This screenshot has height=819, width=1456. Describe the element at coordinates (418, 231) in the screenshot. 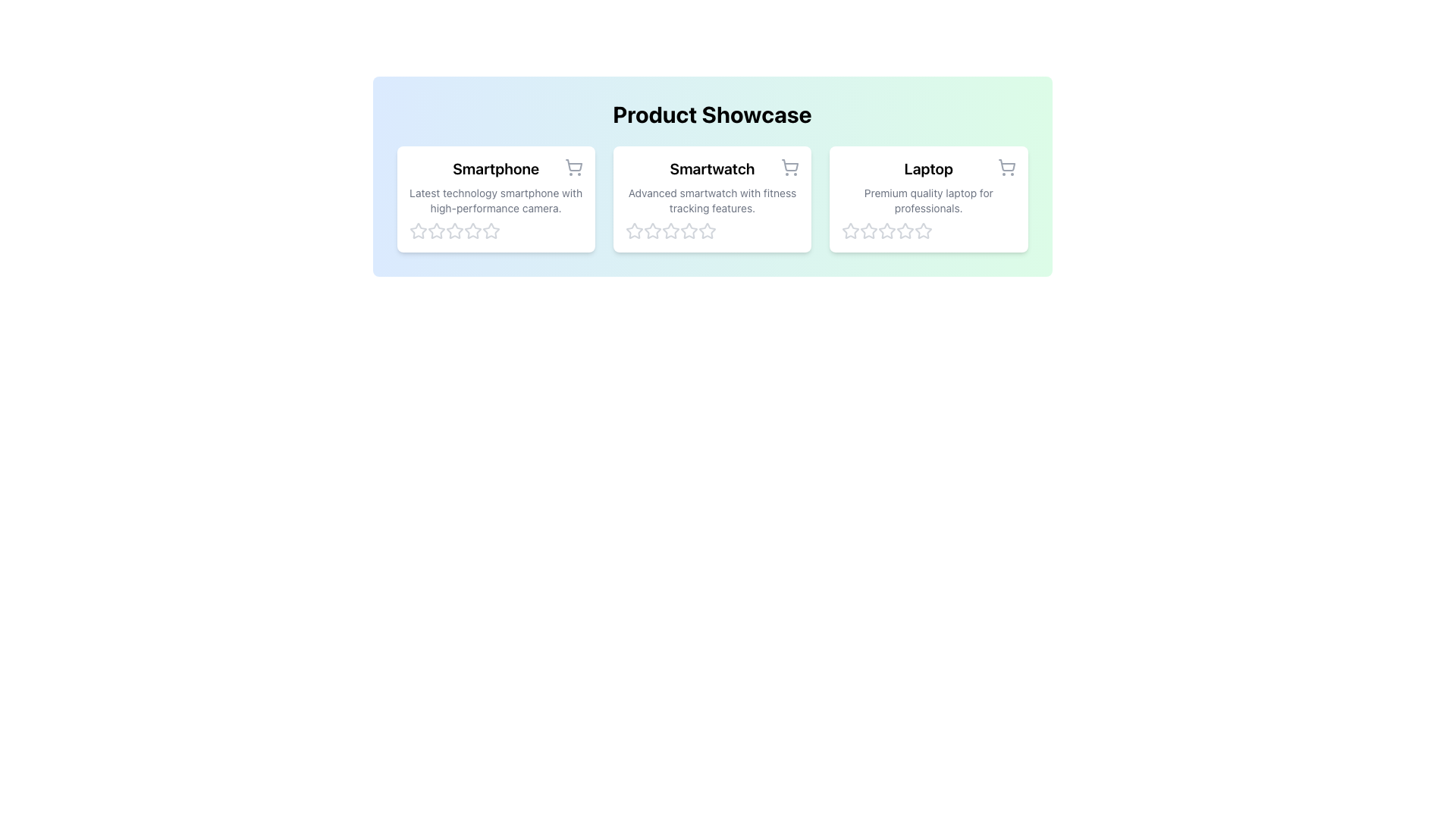

I see `on the first hollow star icon in the row of rating stars below the 'Smartphone' product card in the 'Product Showcase' section for additional actions` at that location.